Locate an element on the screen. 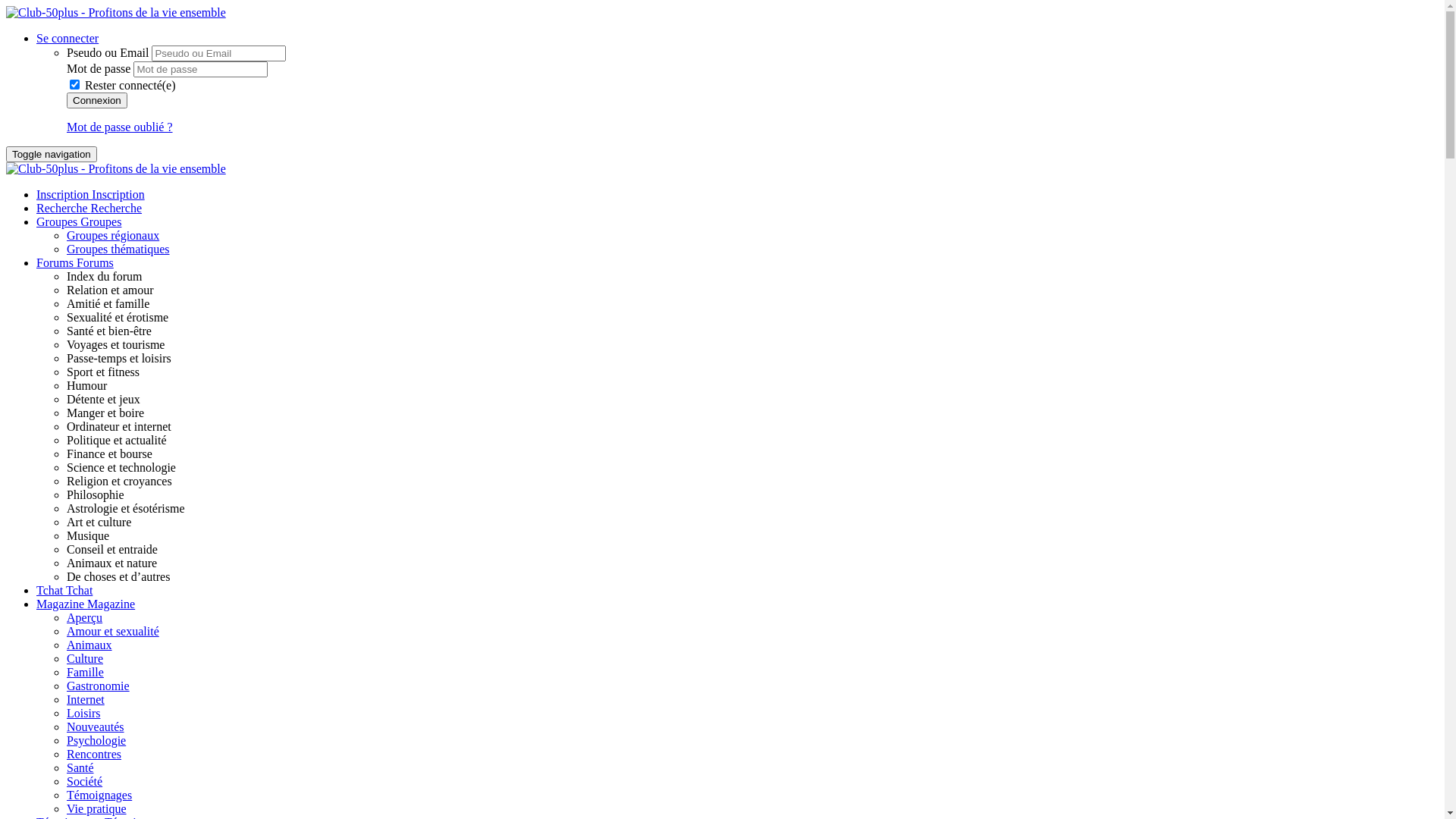 The image size is (1456, 819). 'Animaux et nature' is located at coordinates (111, 563).